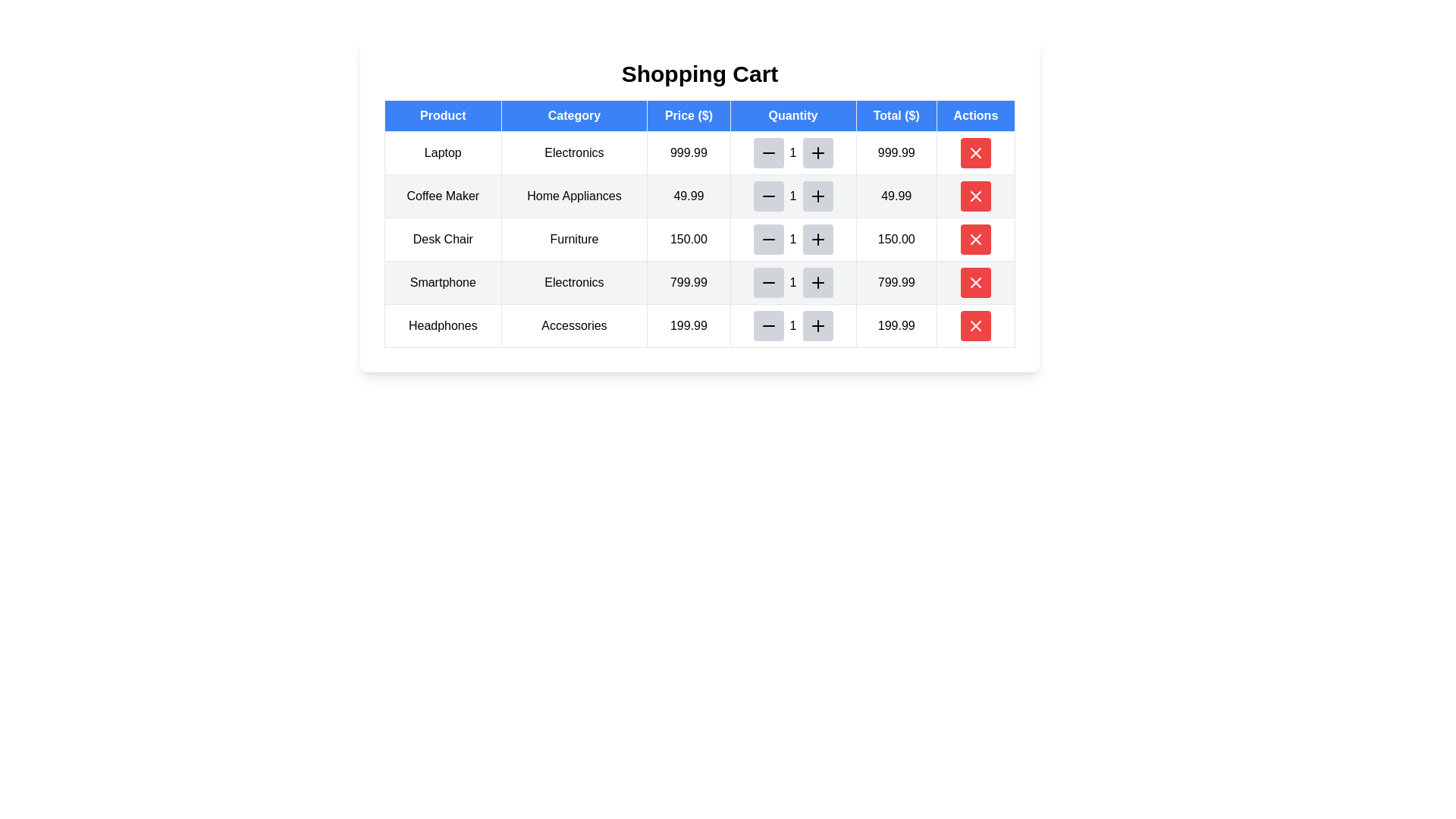 Image resolution: width=1456 pixels, height=819 pixels. I want to click on the numeric text label displaying '1' in black font, which is located in the third row of the 'Shopping Cart' table under the 'Quantity' column, between the minus and plus buttons, so click(792, 239).